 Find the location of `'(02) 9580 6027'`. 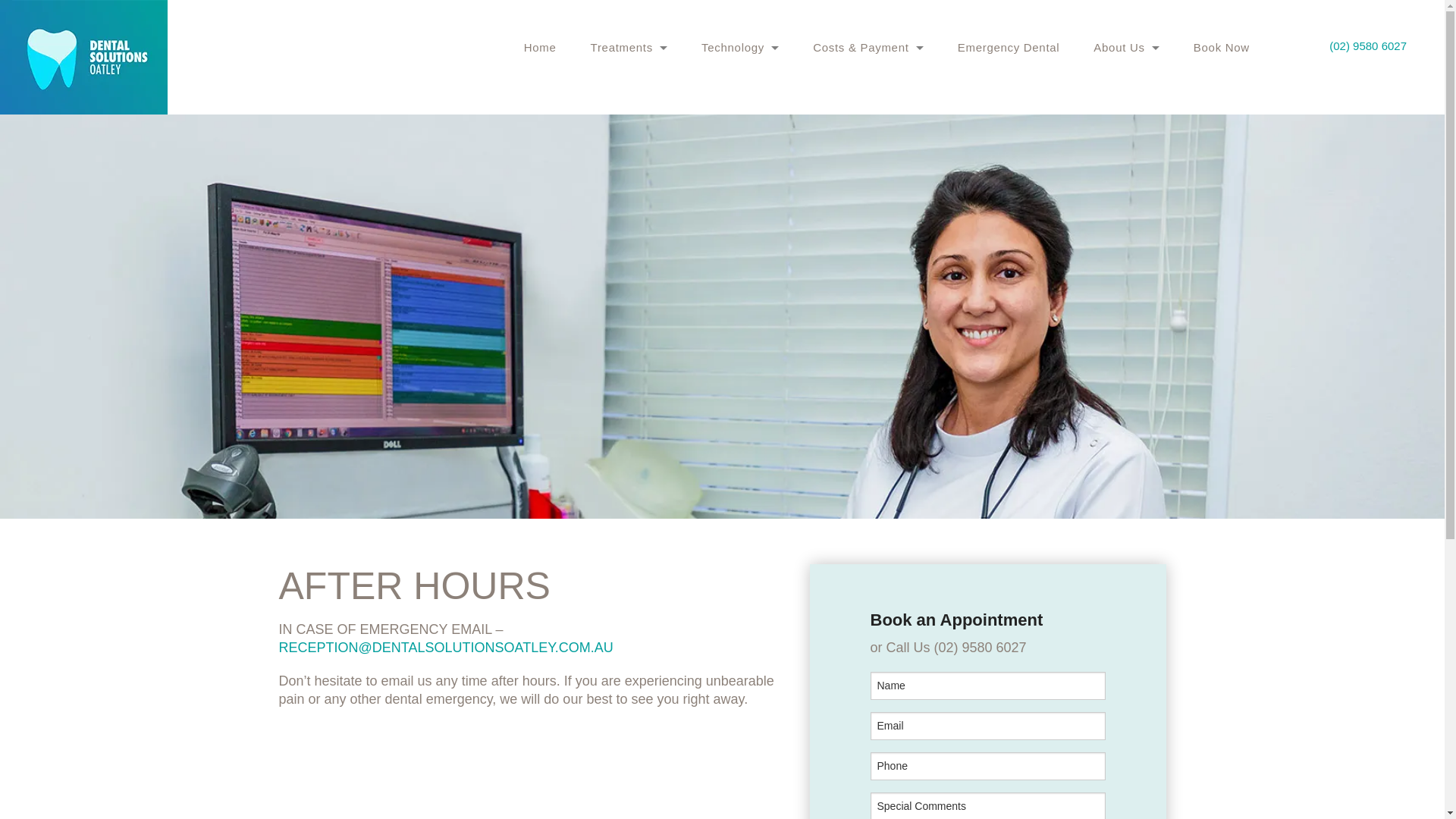

'(02) 9580 6027' is located at coordinates (1368, 45).